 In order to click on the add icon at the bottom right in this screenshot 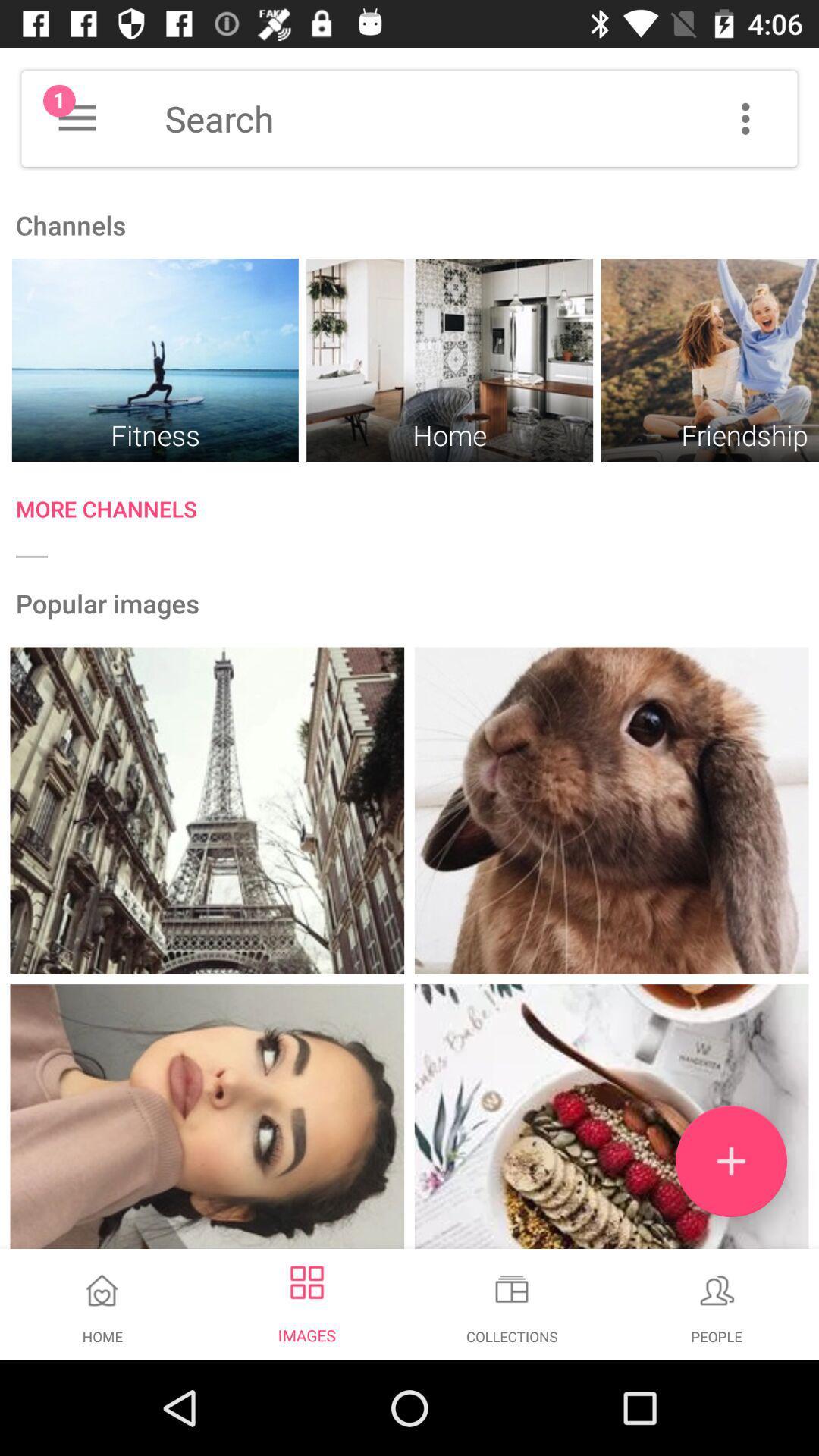, I will do `click(730, 1160)`.